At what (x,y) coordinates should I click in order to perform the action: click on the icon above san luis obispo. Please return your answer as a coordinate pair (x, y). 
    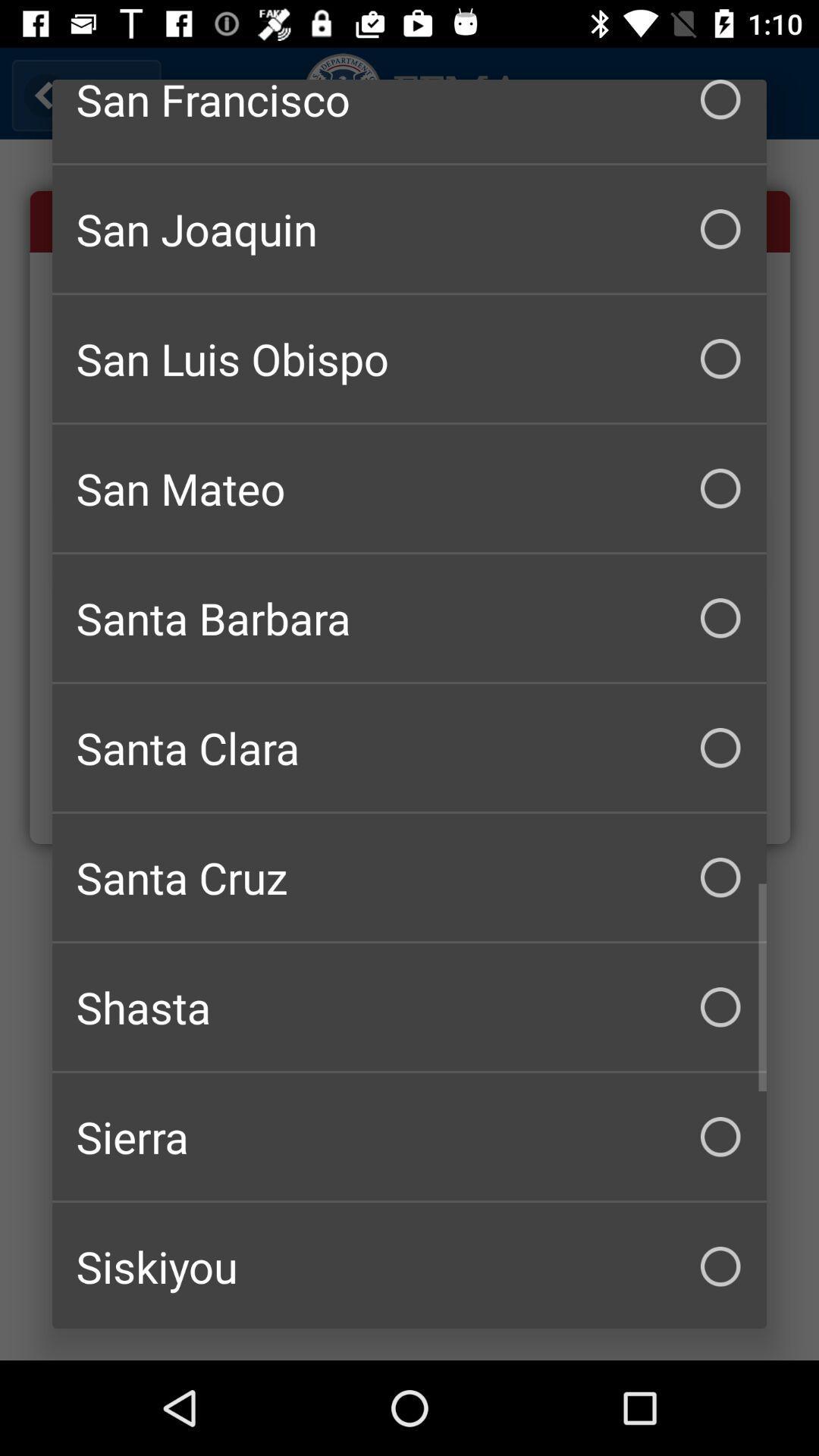
    Looking at the image, I should click on (409, 228).